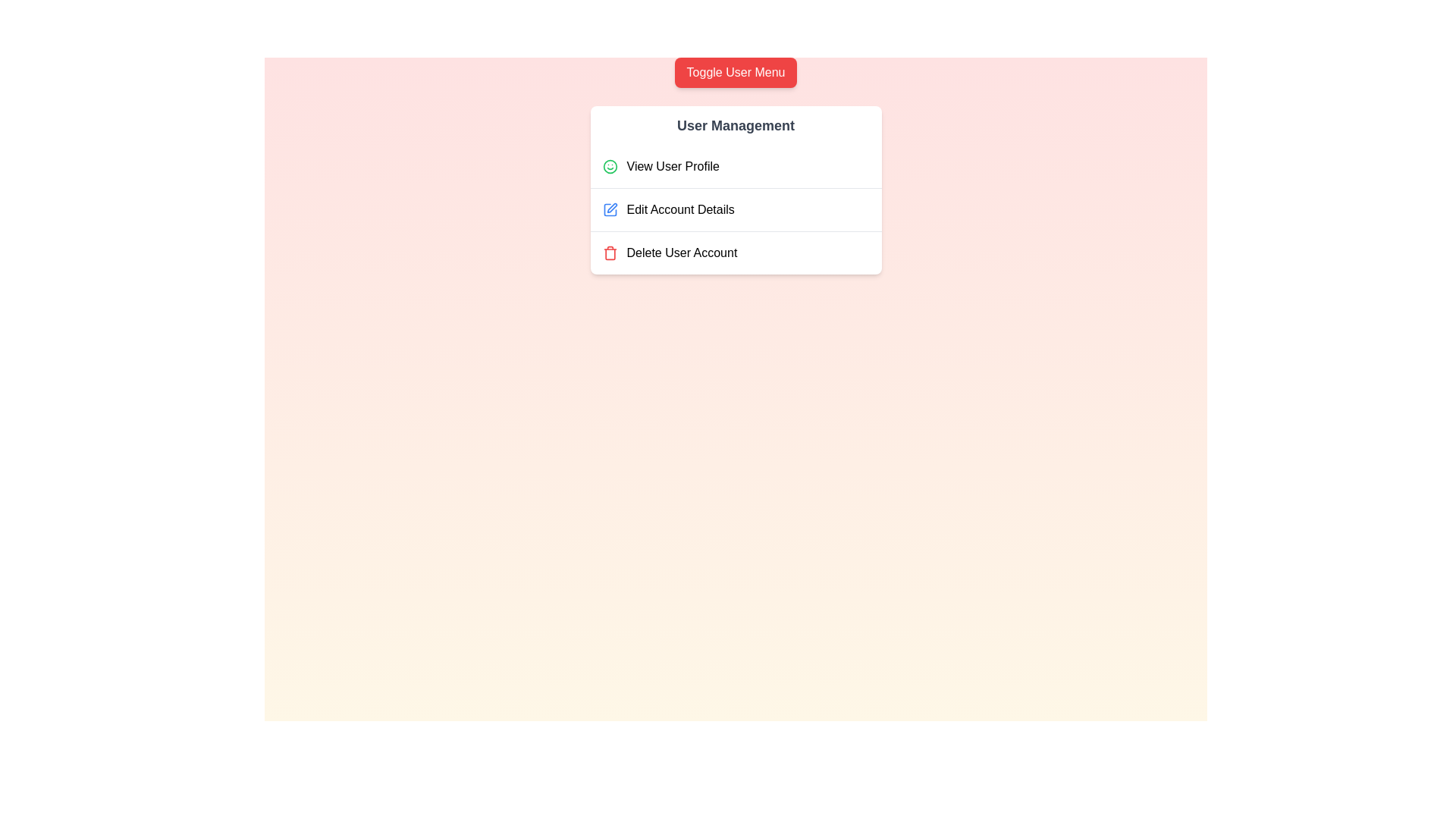 The image size is (1456, 819). I want to click on the user action option Delete User Account, so click(736, 252).